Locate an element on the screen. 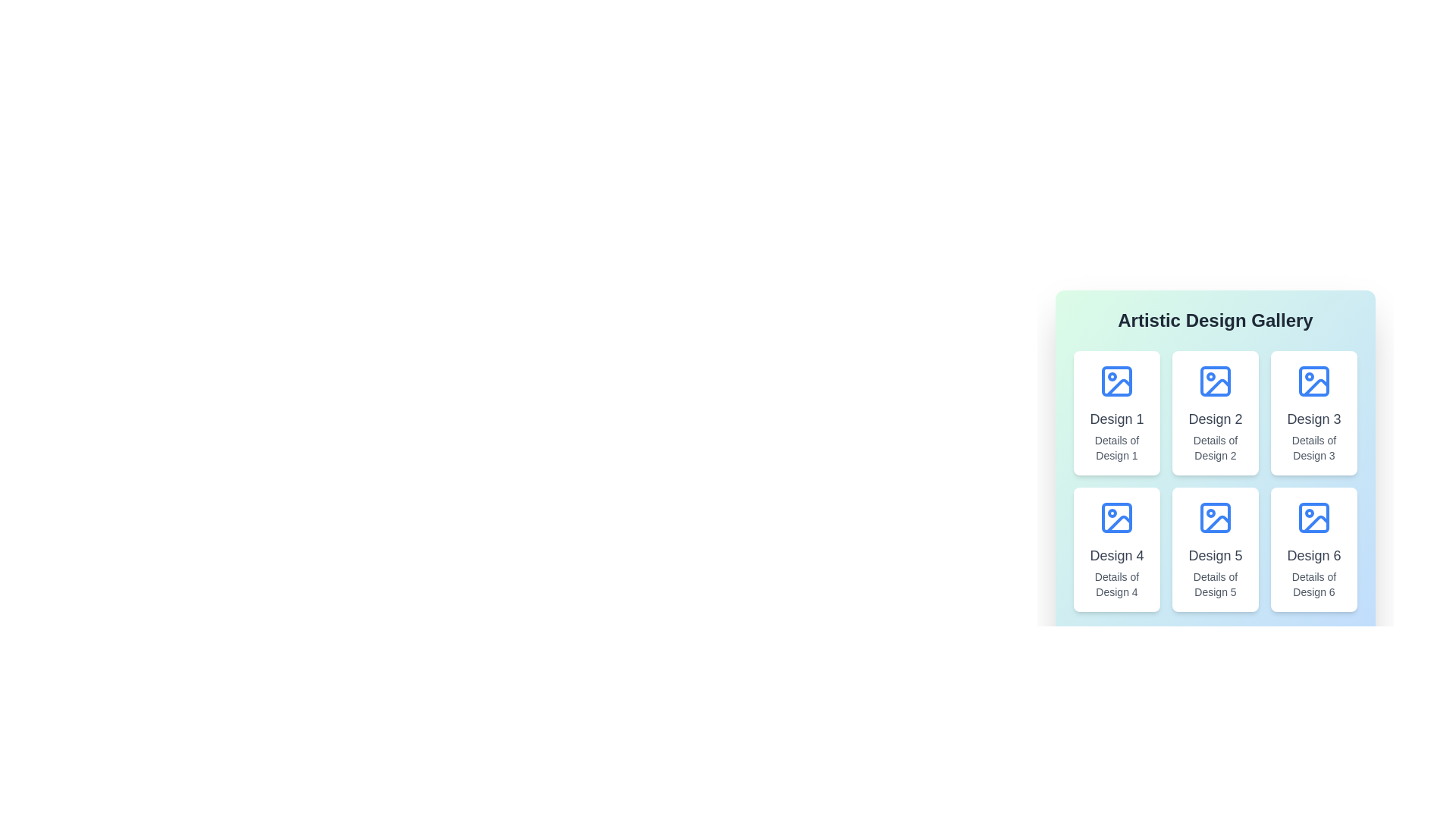  the decorative graphical element which is a subcomponent of the larger icon in the first card of the 'Artistic Design Gallery' located in the top-left corner of the gallery grid is located at coordinates (1117, 380).